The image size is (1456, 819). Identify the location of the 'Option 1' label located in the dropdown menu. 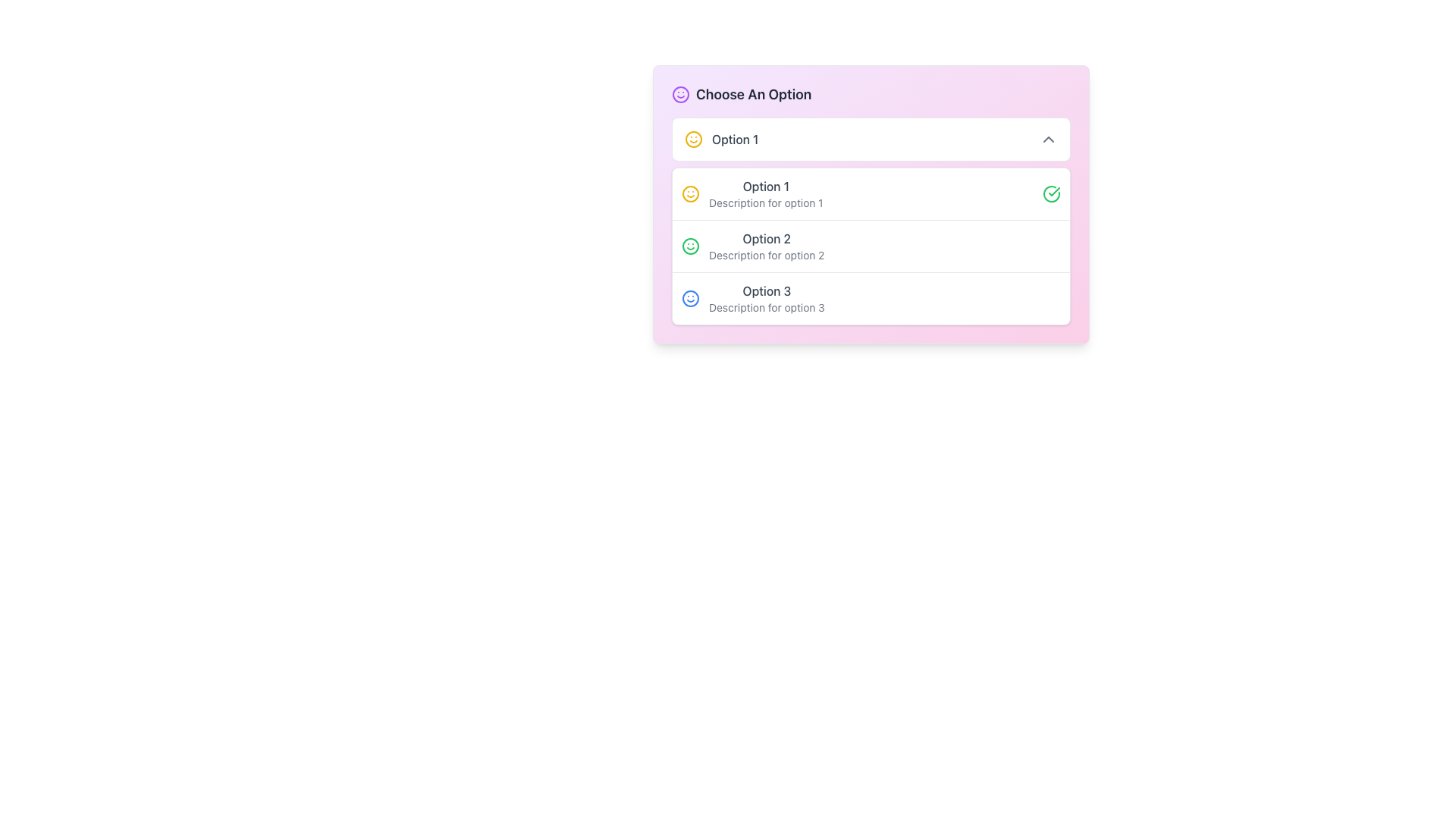
(735, 140).